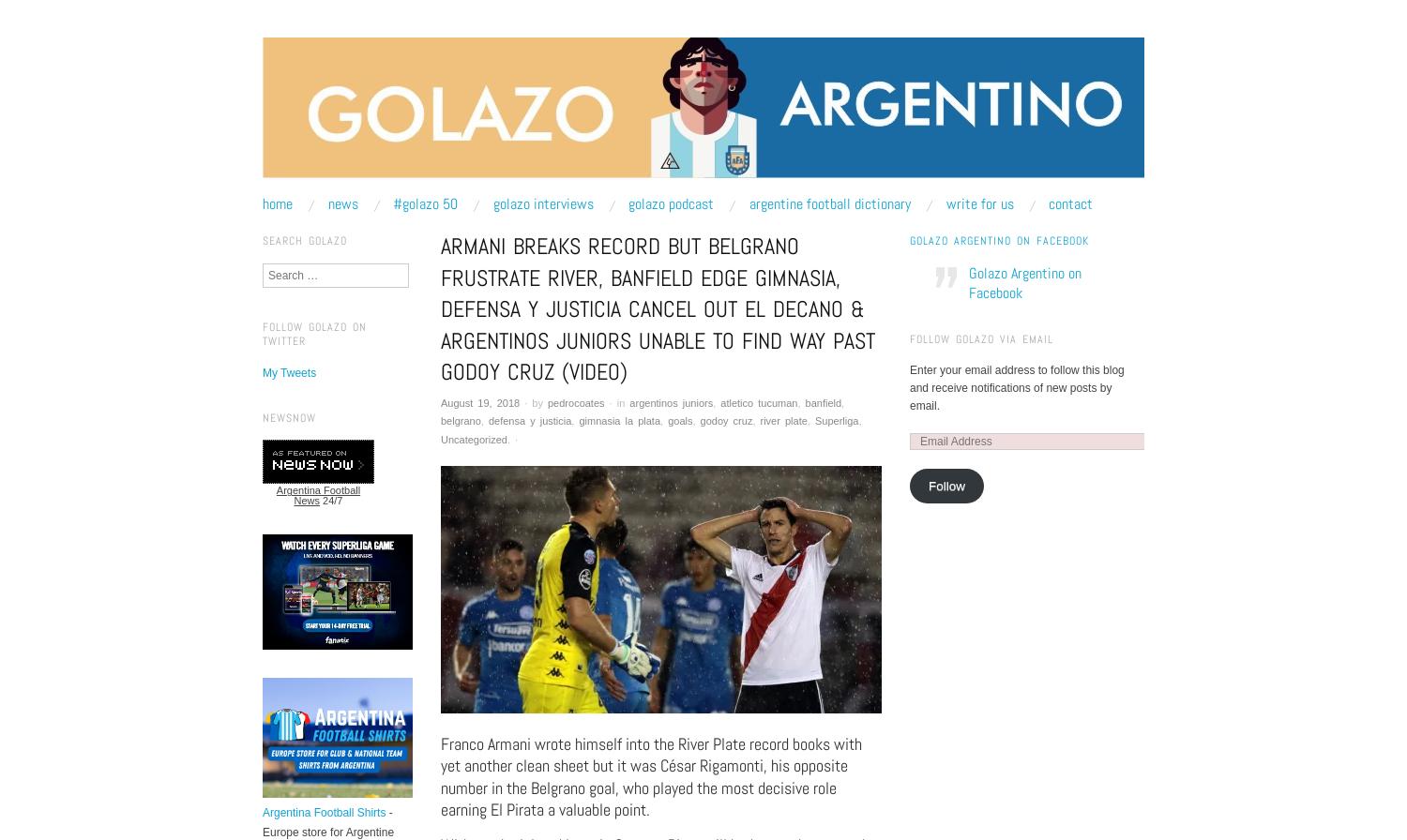  Describe the element at coordinates (479, 402) in the screenshot. I see `'August 19, 2018'` at that location.